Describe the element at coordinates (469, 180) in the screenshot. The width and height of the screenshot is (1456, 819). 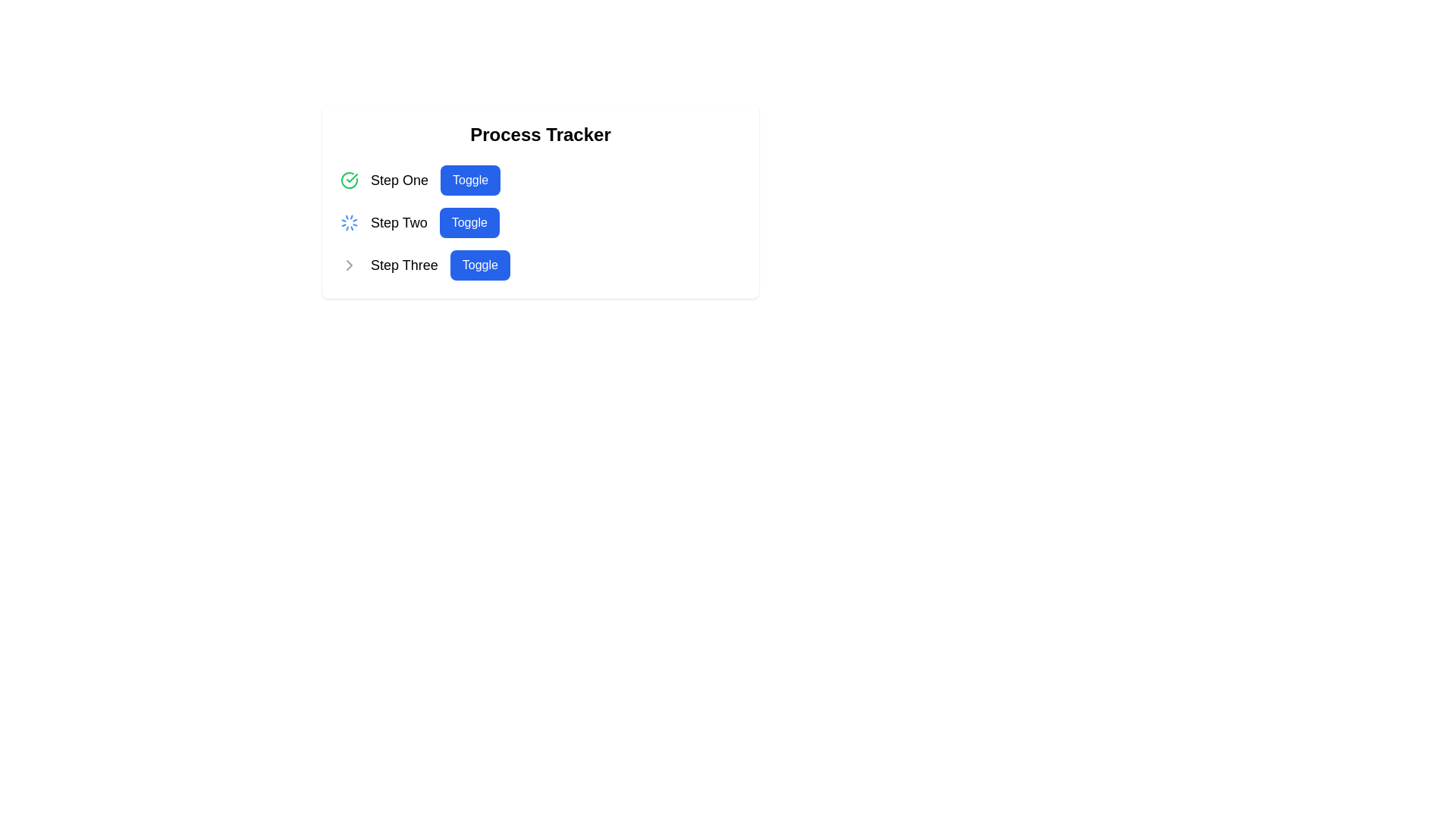
I see `the 'Toggle' button, which is a blue rectangular button with rounded corners, located to the right of the text 'Step One'` at that location.